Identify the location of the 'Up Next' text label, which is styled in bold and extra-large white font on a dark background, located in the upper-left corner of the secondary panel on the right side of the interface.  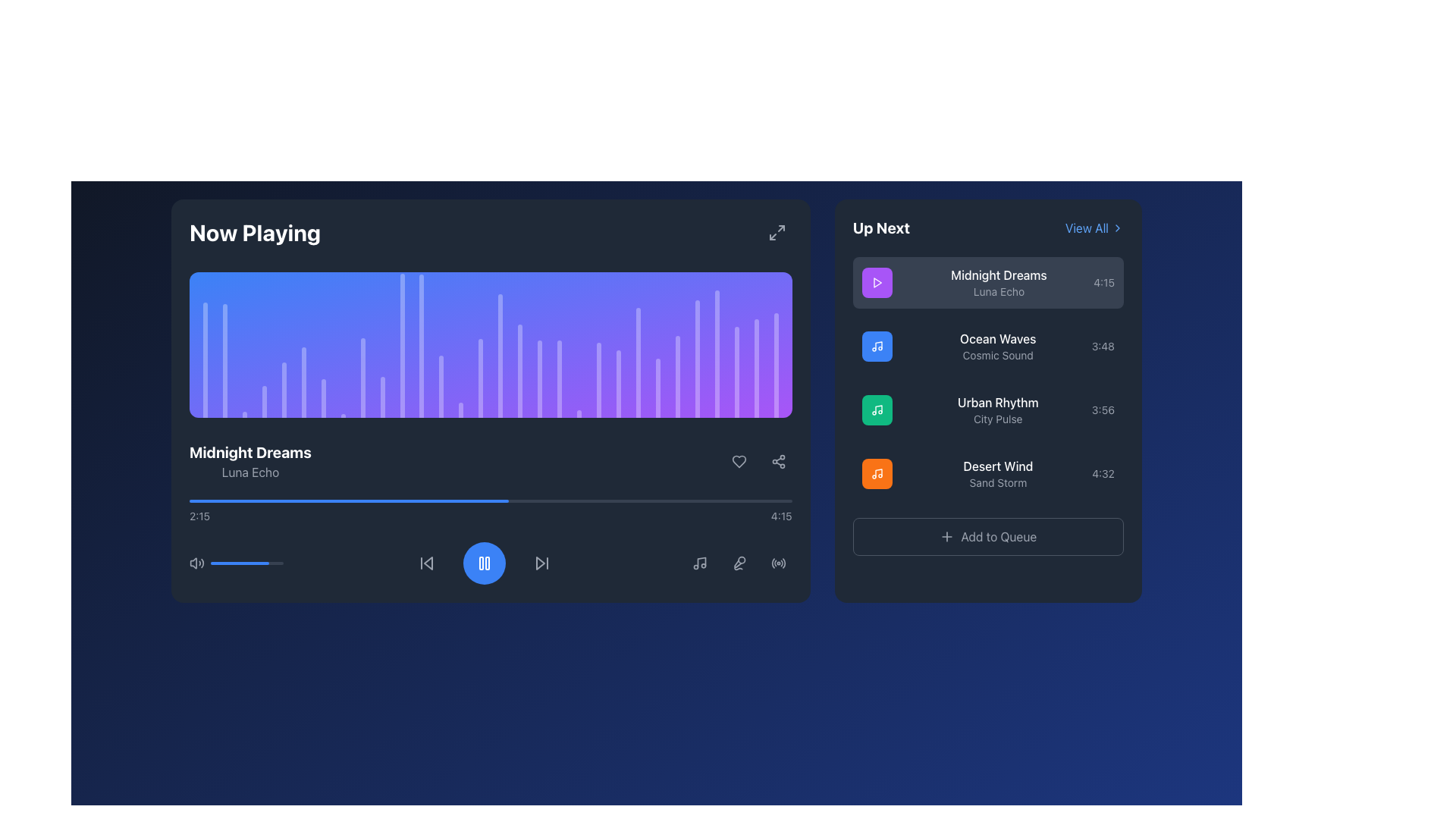
(881, 227).